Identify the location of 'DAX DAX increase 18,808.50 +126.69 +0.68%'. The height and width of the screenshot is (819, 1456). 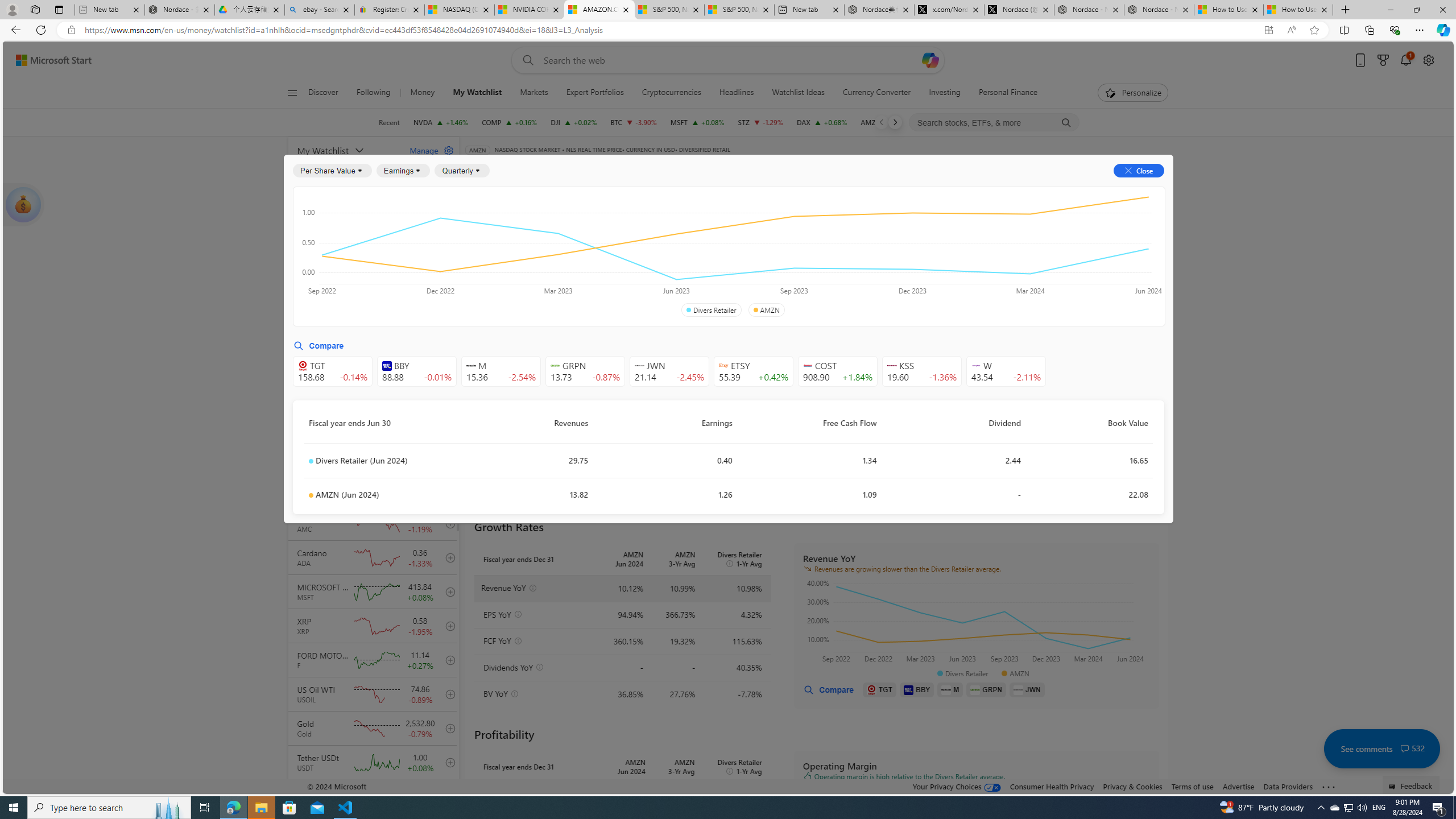
(821, 122).